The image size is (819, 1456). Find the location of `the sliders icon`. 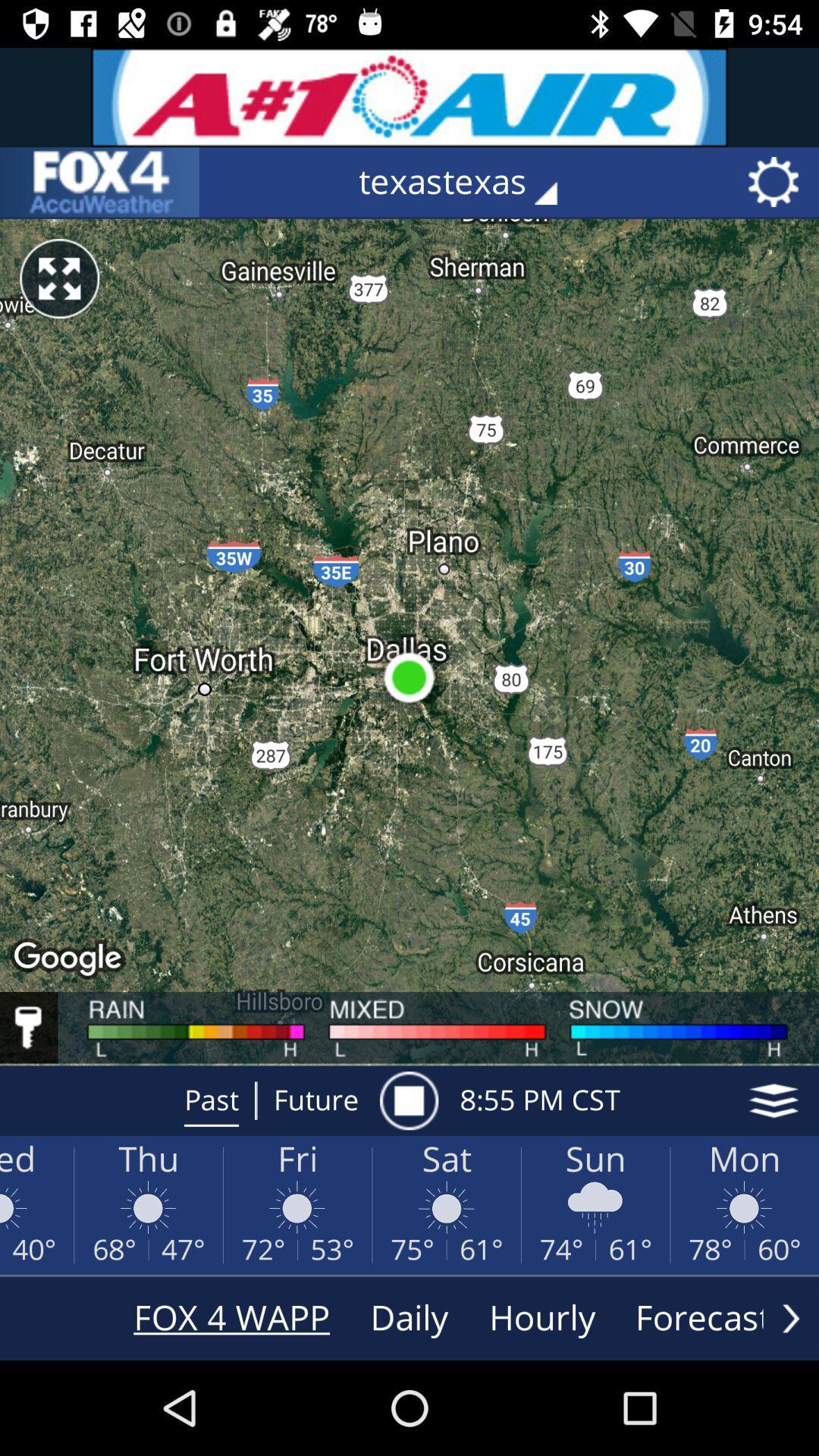

the sliders icon is located at coordinates (99, 182).